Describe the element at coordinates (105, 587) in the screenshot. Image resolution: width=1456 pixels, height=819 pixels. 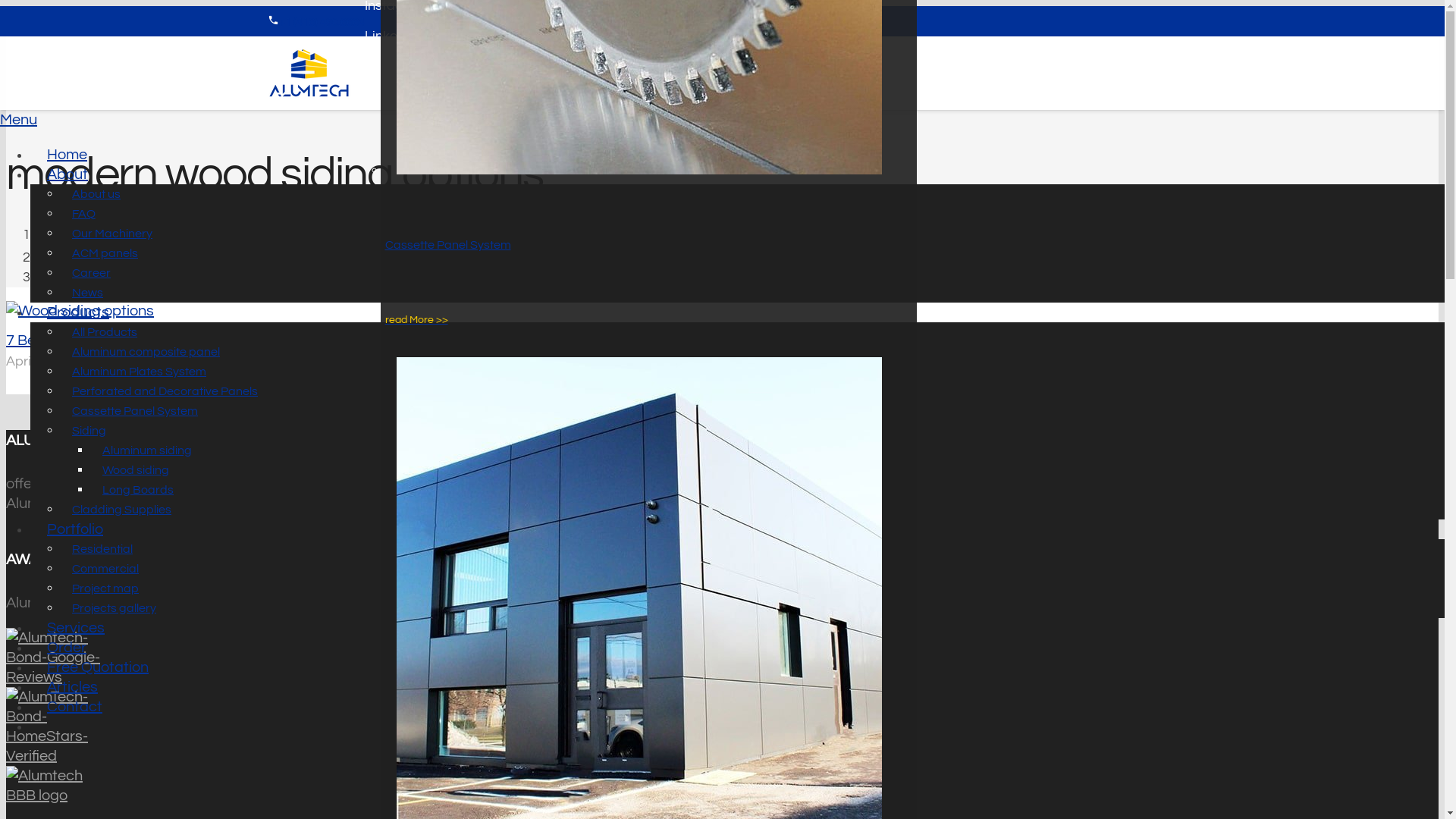
I see `'Project map'` at that location.